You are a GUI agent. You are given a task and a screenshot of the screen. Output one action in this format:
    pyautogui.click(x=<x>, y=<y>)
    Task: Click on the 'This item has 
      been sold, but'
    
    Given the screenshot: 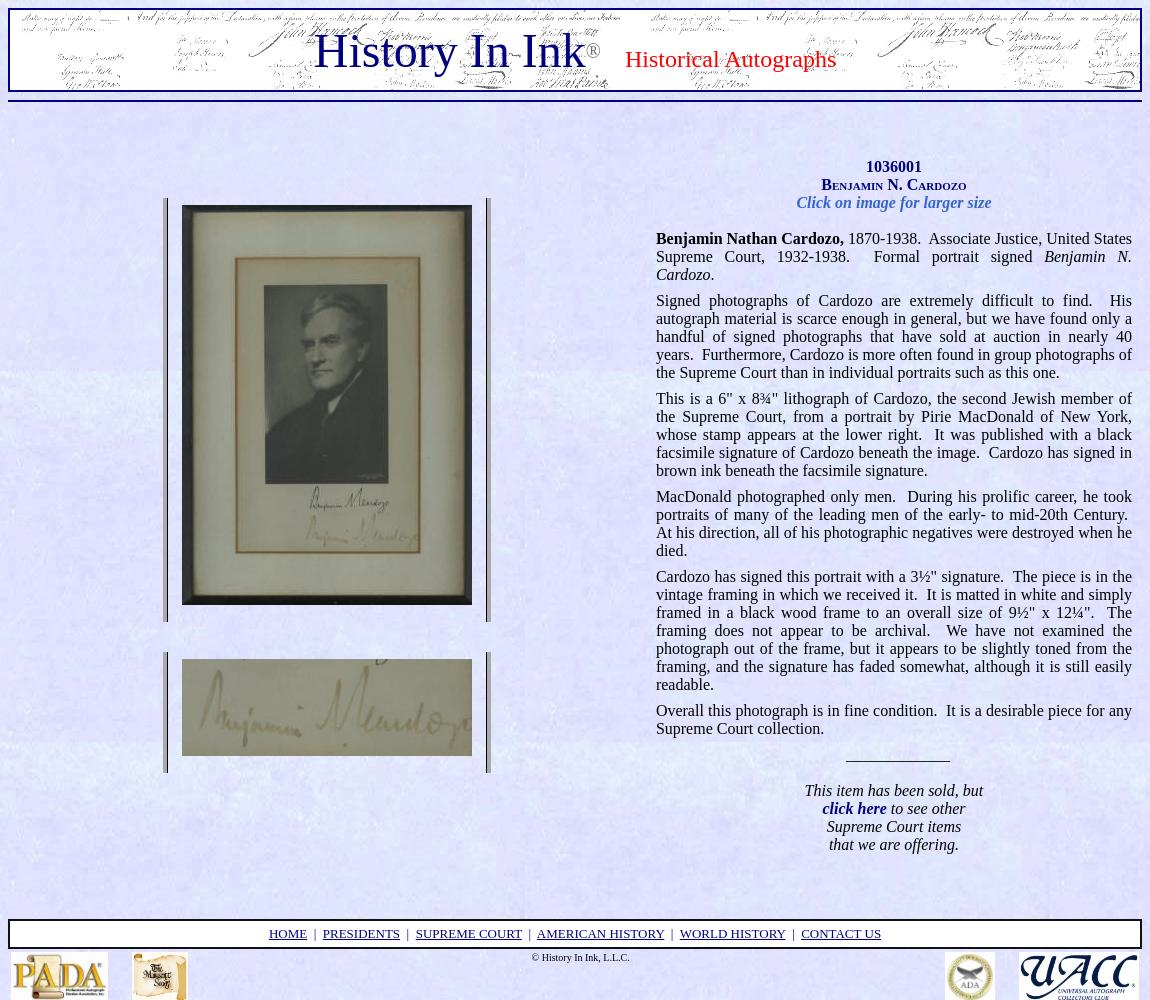 What is the action you would take?
    pyautogui.click(x=893, y=789)
    